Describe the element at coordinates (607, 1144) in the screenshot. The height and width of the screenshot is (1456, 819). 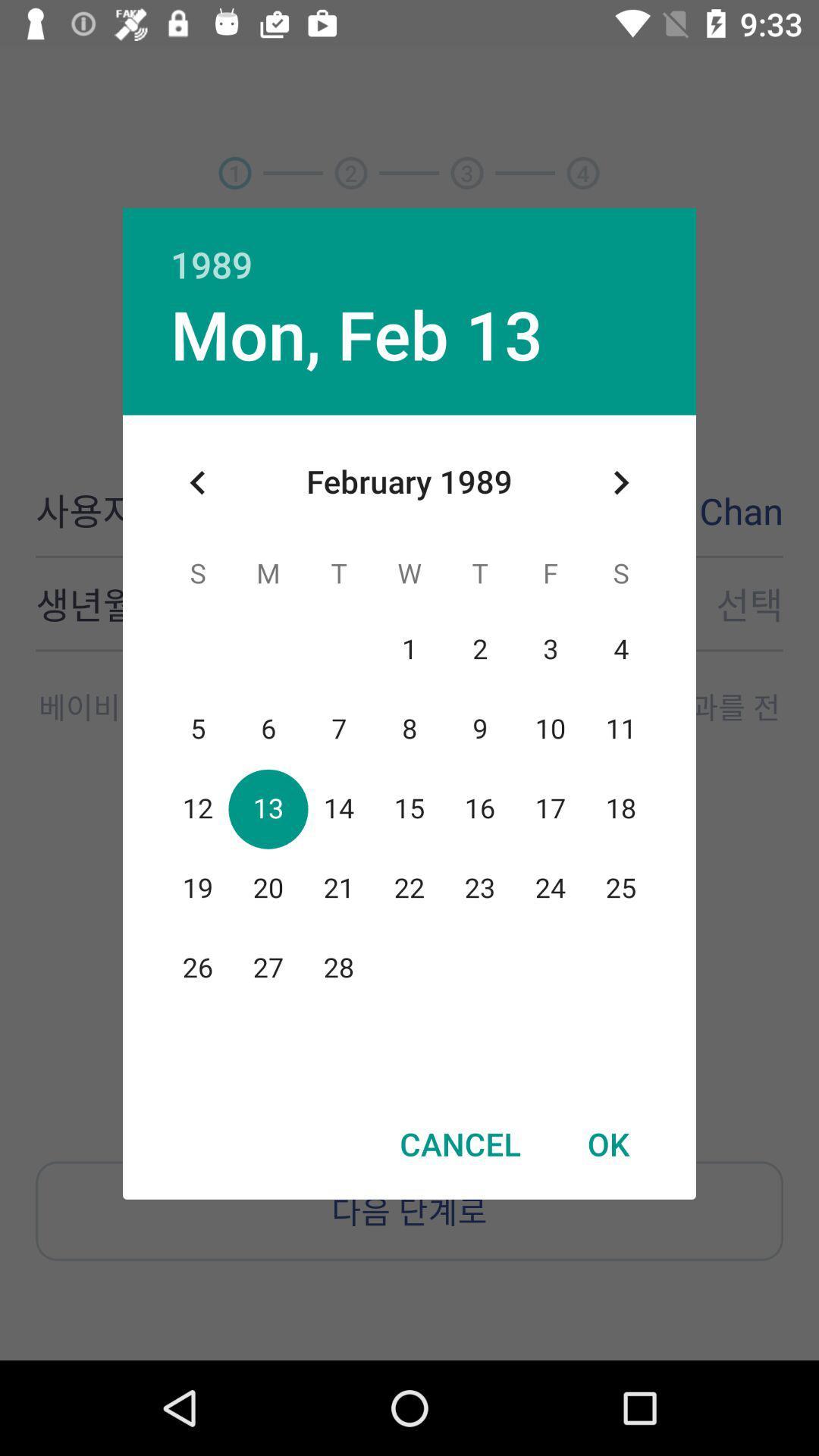
I see `the ok item` at that location.